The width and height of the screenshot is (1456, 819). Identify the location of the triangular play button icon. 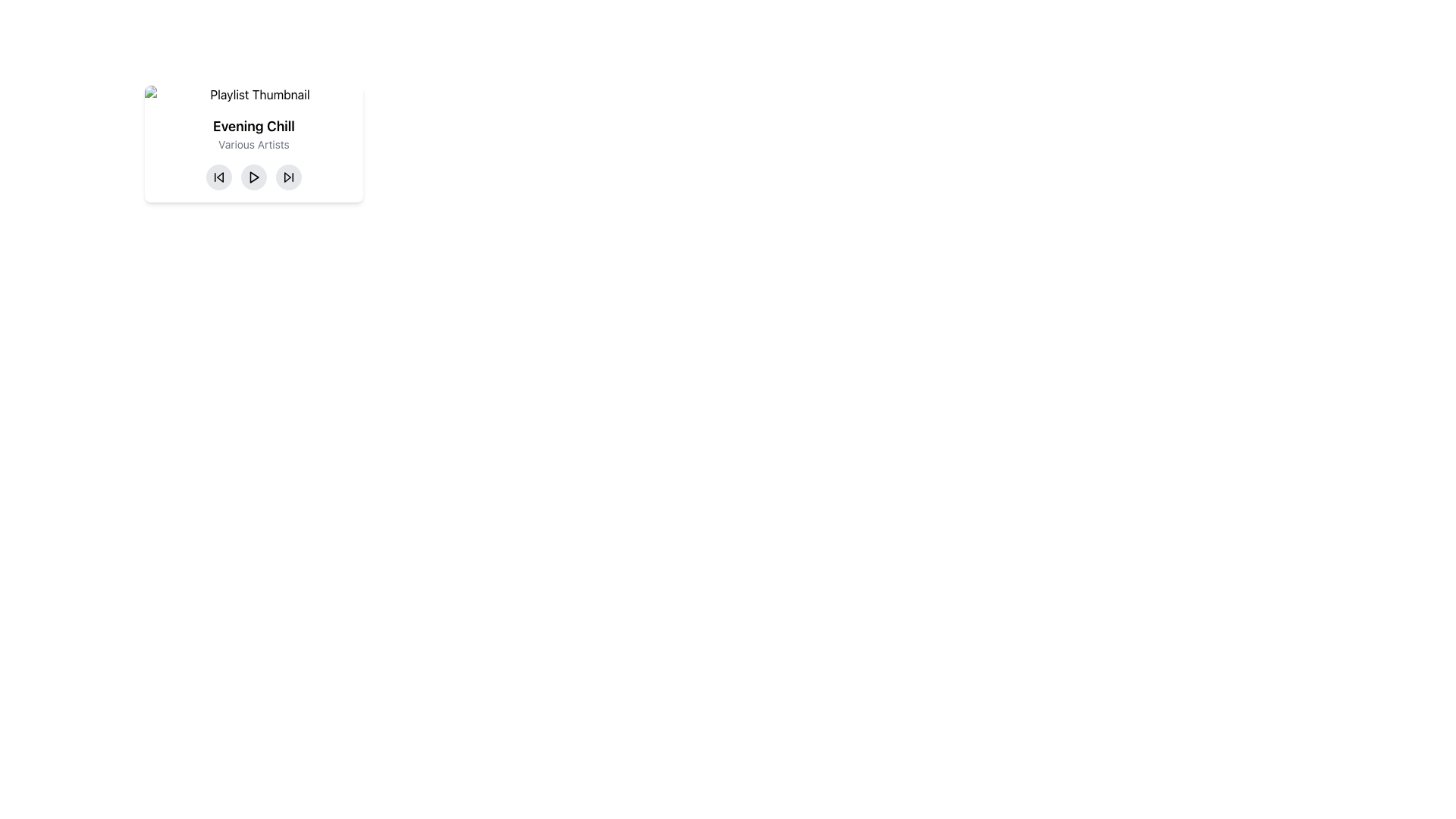
(254, 177).